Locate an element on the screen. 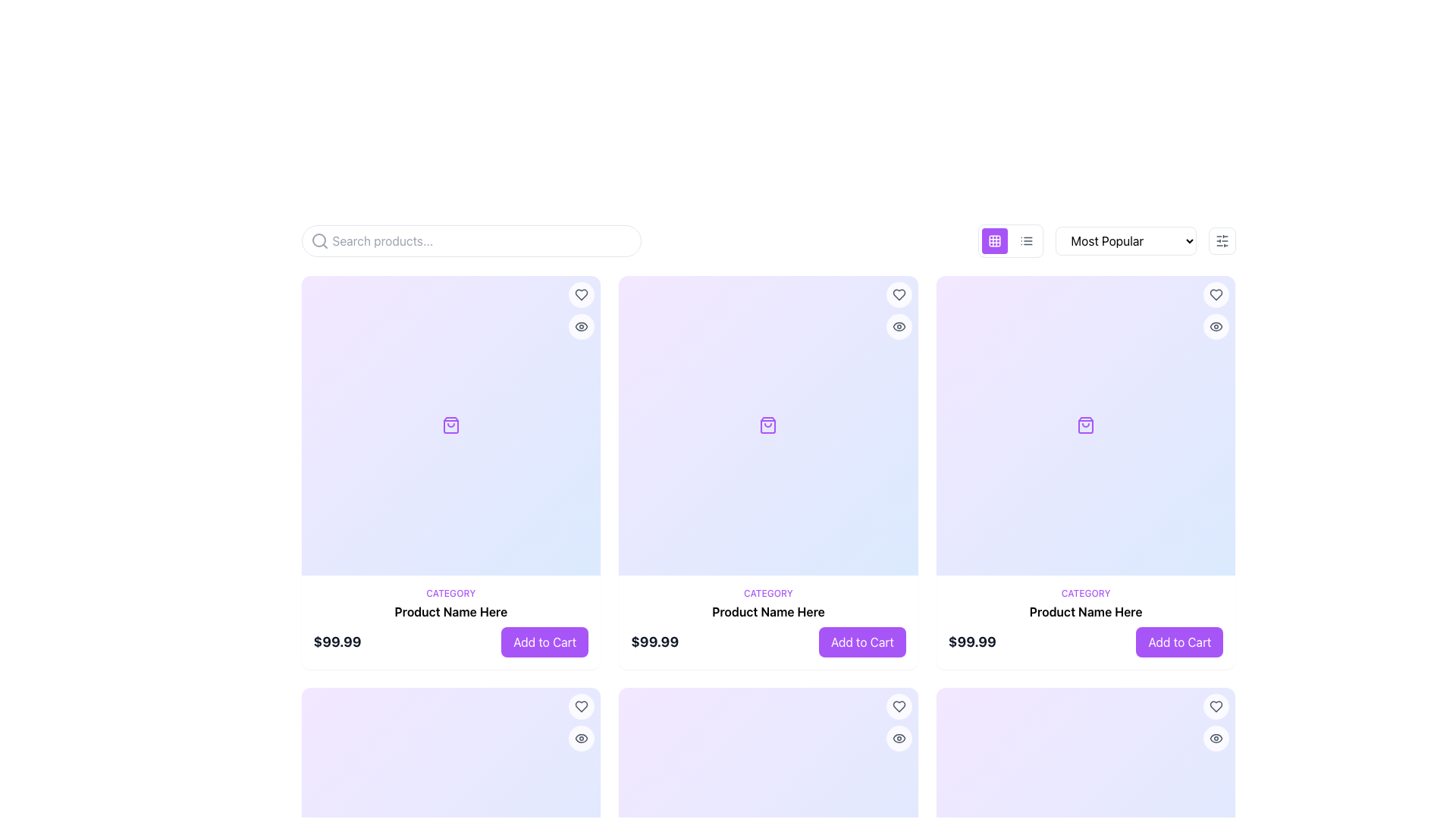 The height and width of the screenshot is (819, 1456). the like or favorite button located at the top-right corner of the second product card to mark the product as a favorite is located at coordinates (899, 295).